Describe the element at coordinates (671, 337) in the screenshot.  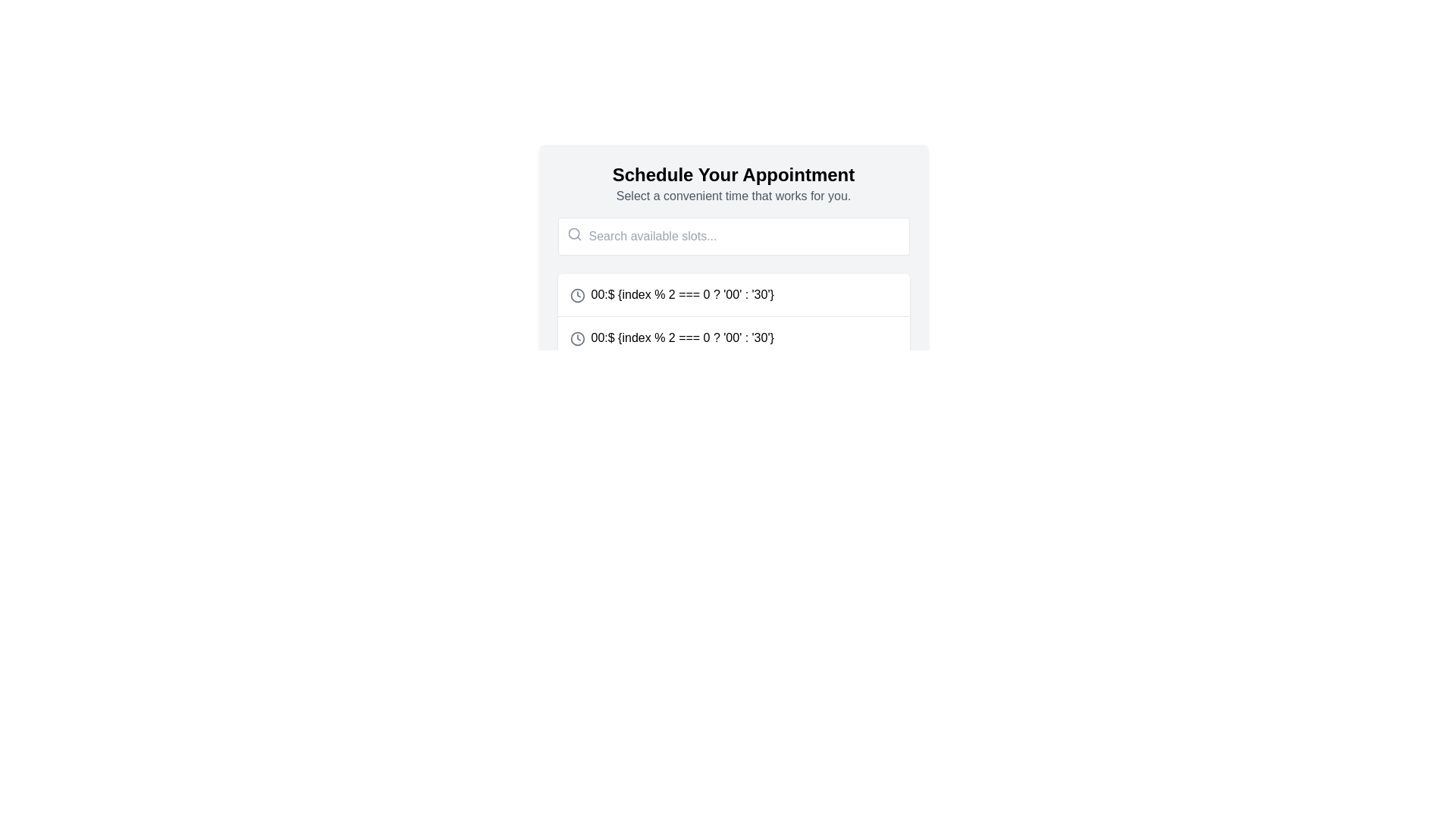
I see `the second list item that starts with '00:$' and has a clock icon` at that location.